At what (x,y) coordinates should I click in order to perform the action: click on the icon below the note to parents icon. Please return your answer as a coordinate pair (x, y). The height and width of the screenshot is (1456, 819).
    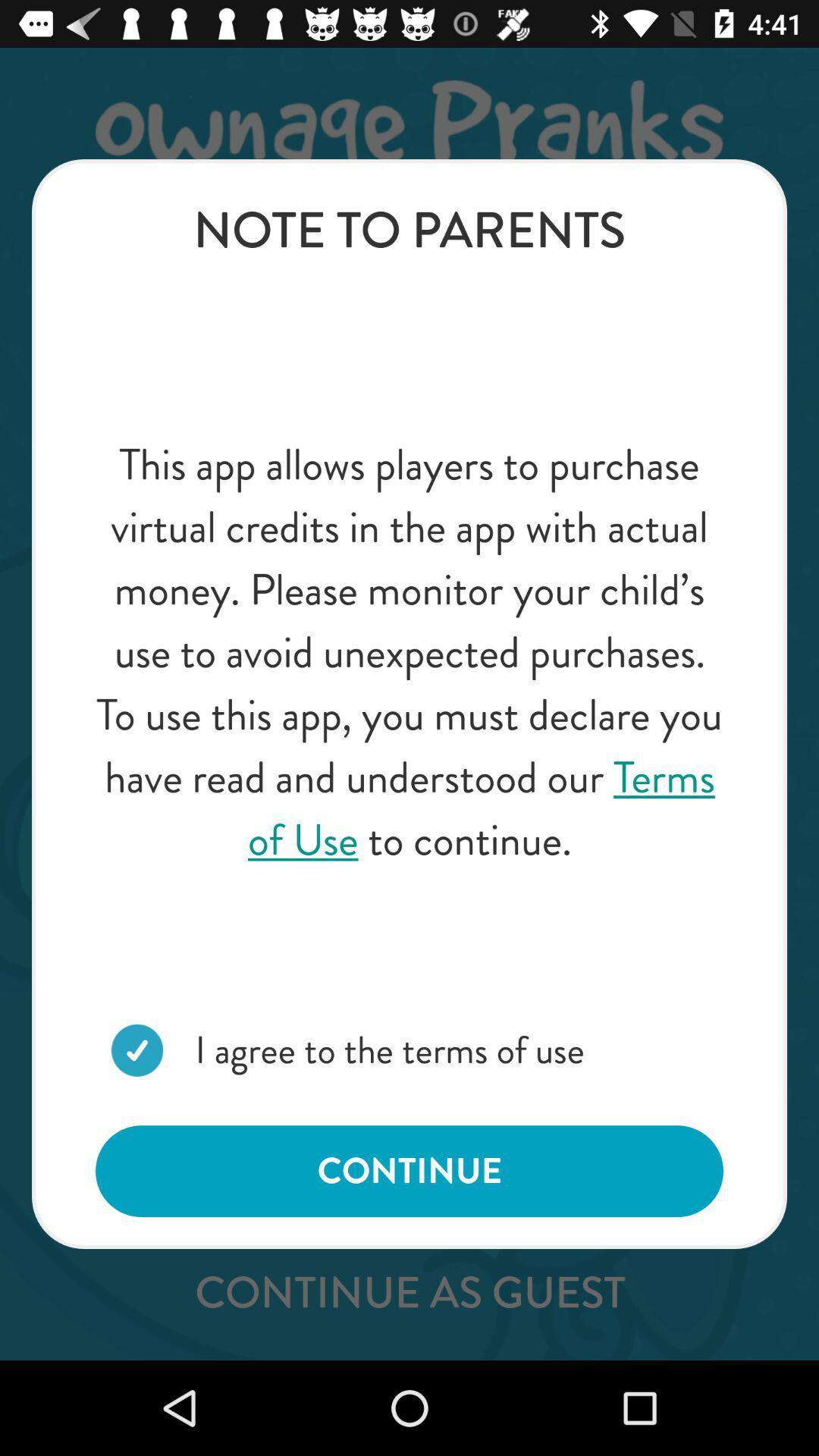
    Looking at the image, I should click on (409, 652).